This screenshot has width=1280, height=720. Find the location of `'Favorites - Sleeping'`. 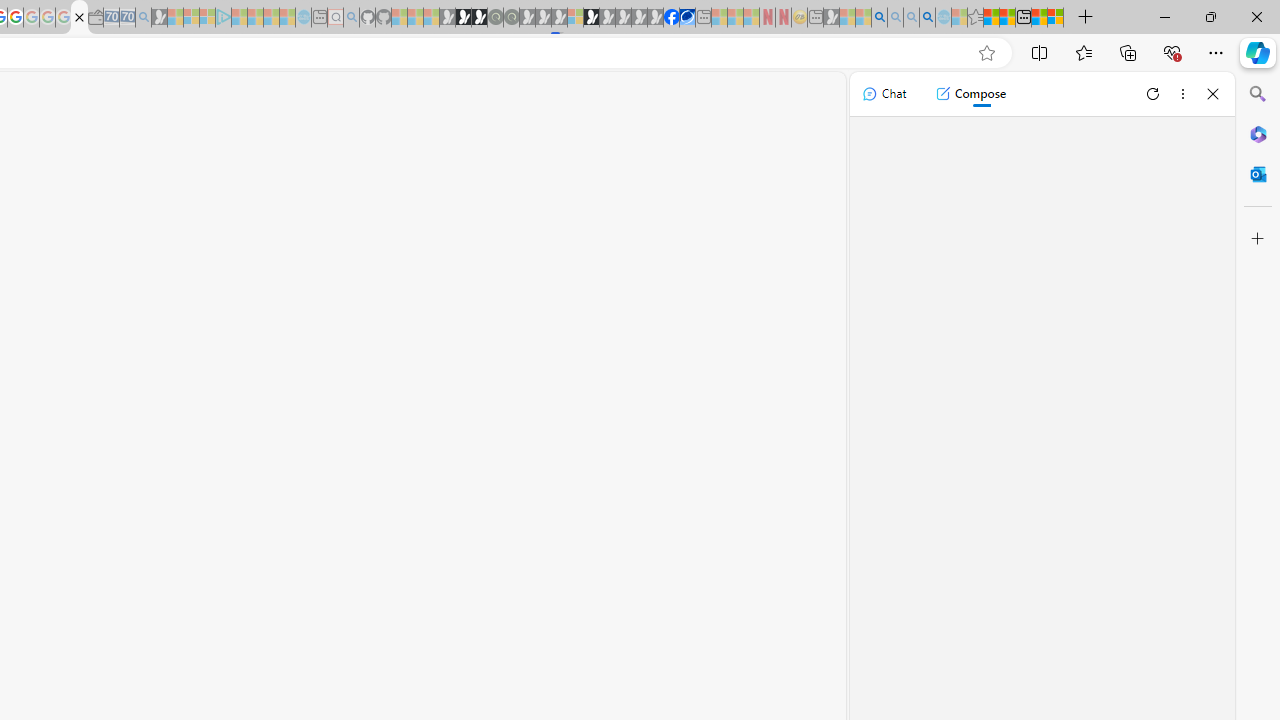

'Favorites - Sleeping' is located at coordinates (975, 17).